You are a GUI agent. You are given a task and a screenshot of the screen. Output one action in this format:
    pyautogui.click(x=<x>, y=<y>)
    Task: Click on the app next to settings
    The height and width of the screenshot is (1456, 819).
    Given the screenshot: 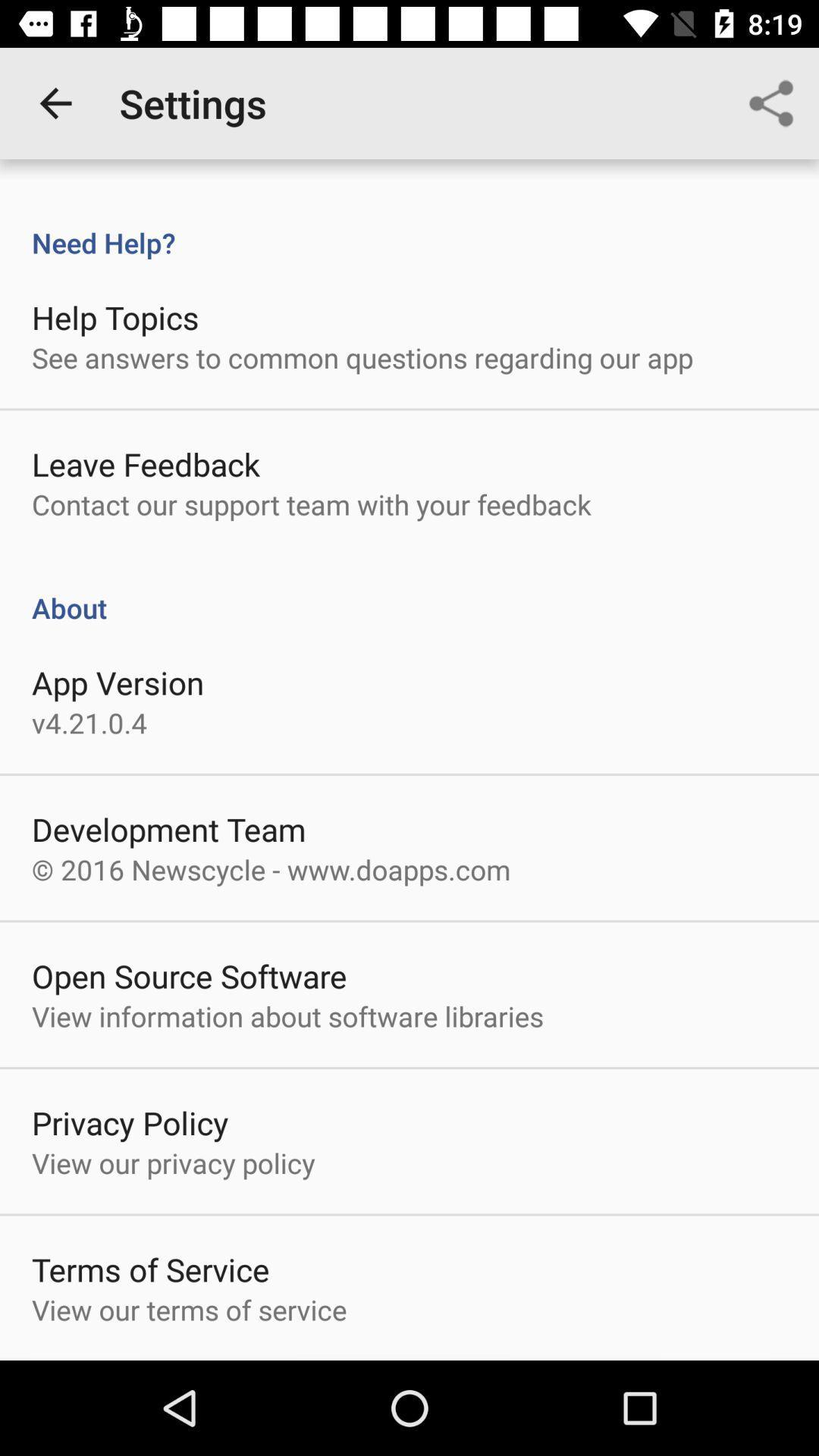 What is the action you would take?
    pyautogui.click(x=55, y=102)
    